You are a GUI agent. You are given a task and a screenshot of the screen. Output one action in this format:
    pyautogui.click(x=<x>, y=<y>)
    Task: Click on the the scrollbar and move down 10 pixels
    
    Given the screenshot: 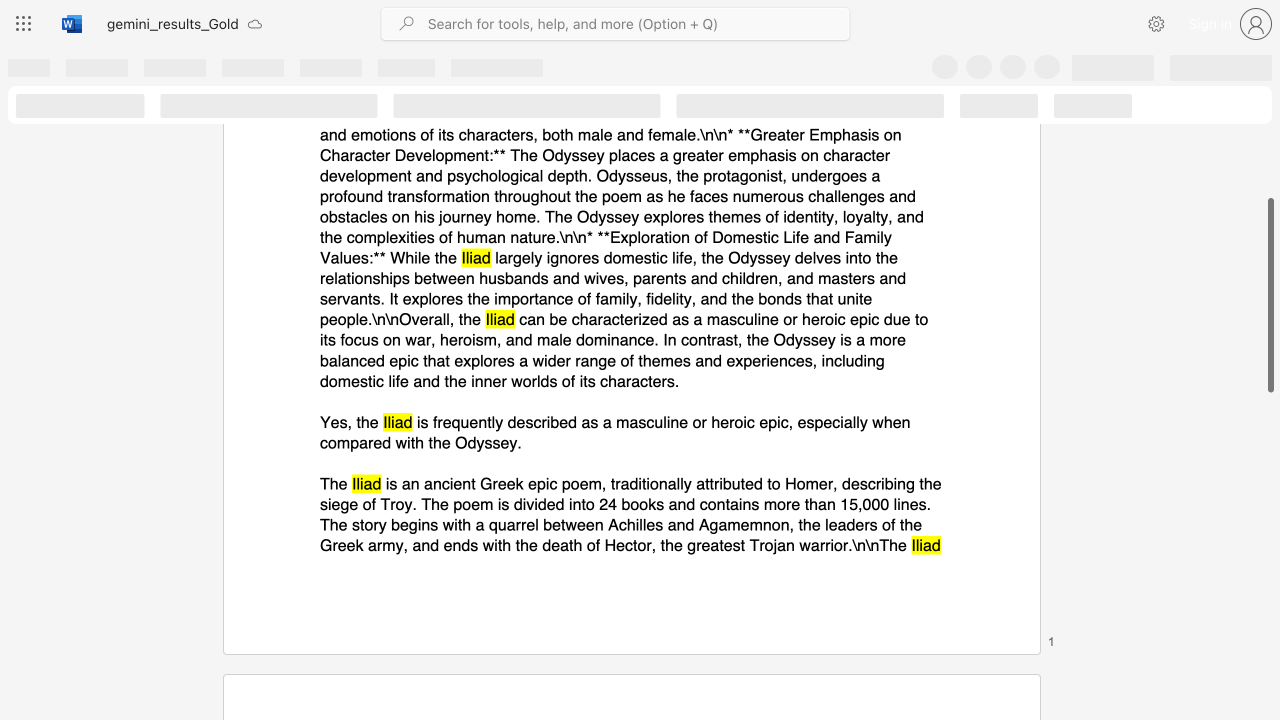 What is the action you would take?
    pyautogui.click(x=1269, y=295)
    